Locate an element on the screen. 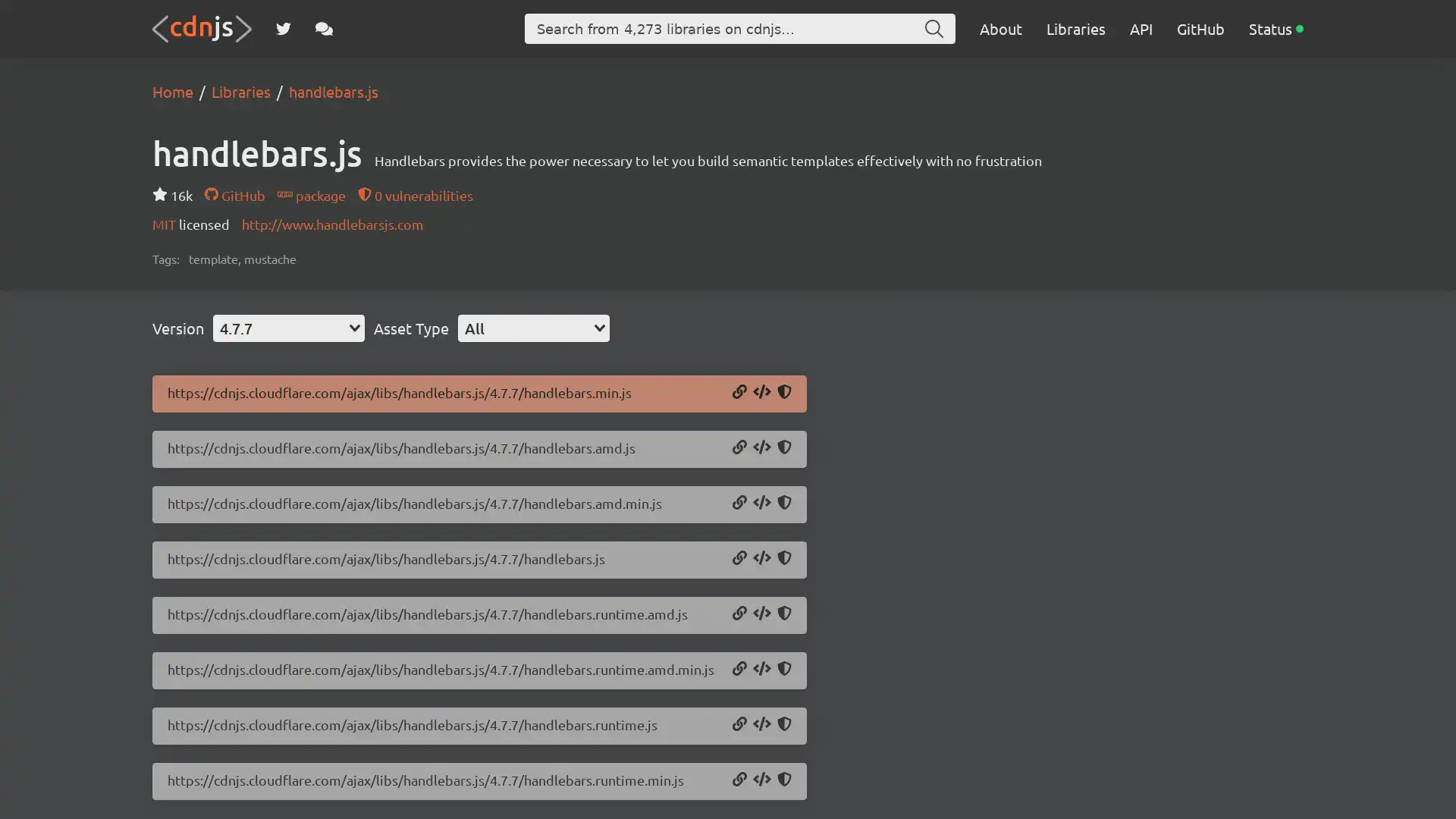 This screenshot has width=1456, height=819. Copy URL is located at coordinates (739, 559).